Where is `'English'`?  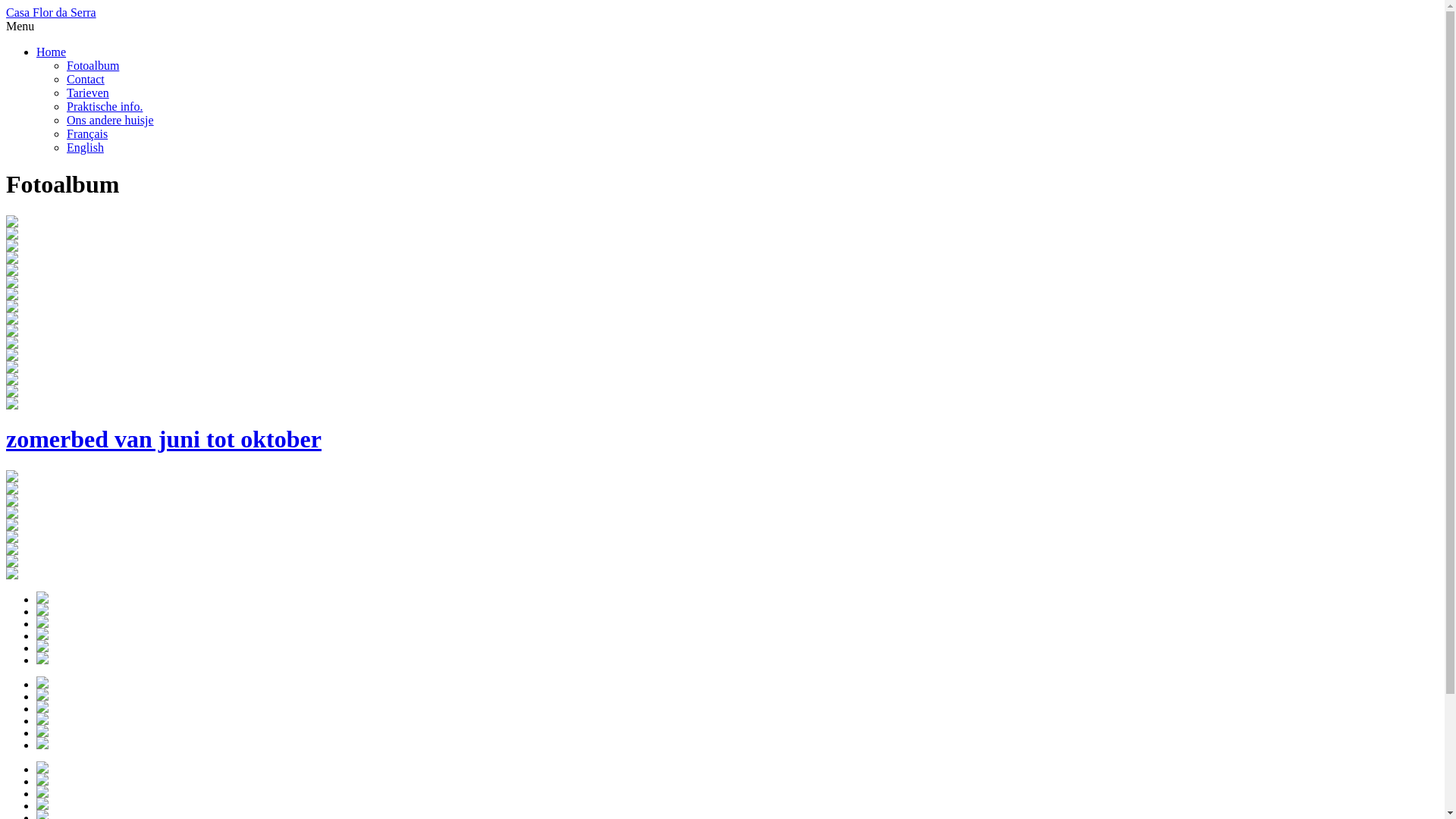 'English' is located at coordinates (84, 147).